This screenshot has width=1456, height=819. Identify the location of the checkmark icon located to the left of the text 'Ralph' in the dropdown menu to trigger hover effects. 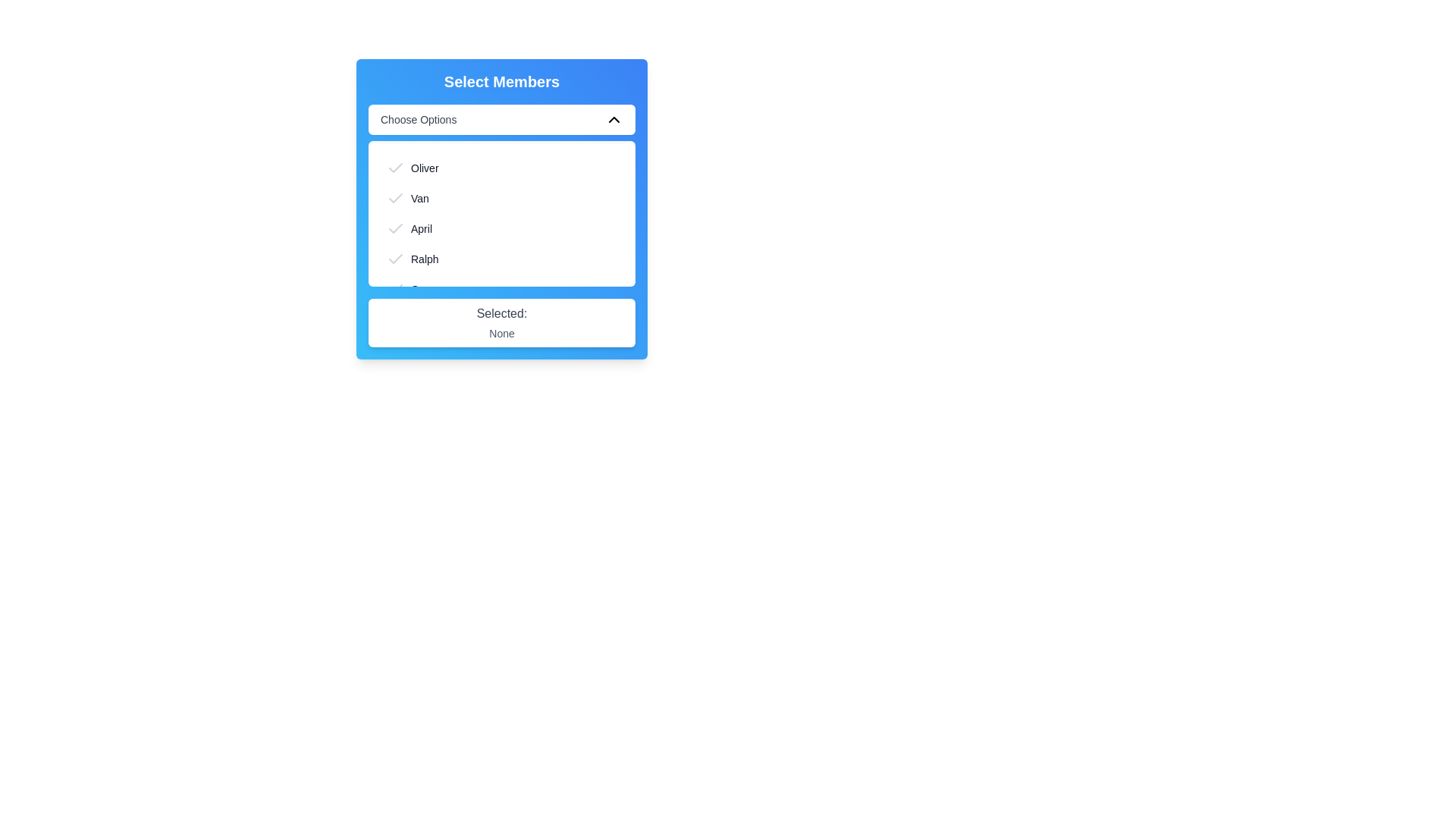
(396, 259).